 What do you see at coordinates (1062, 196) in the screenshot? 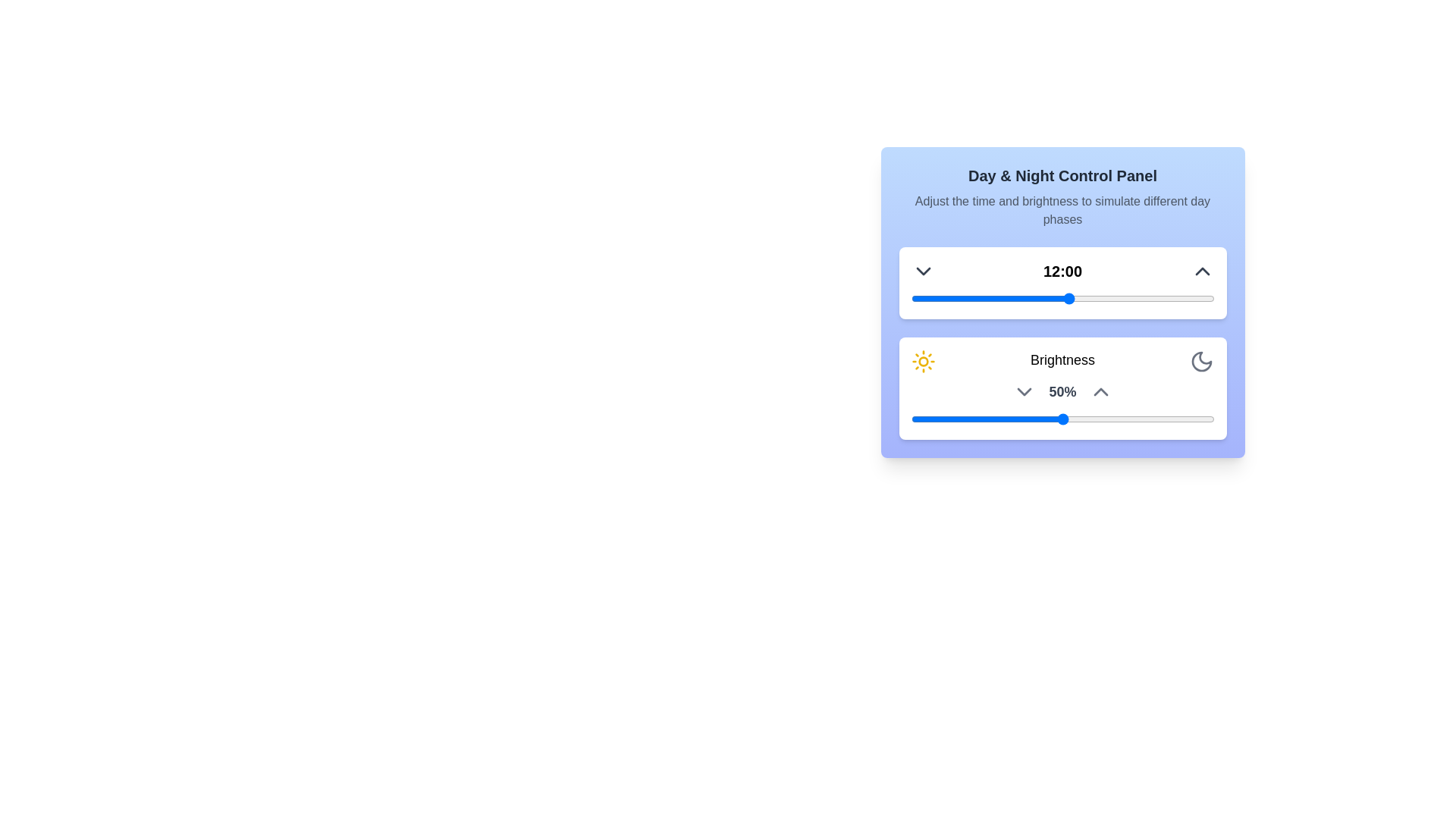
I see `the 'Day & Night Control Panel' text block, which features a bold title and a descriptive subtitle, located at the top-center of the panel` at bounding box center [1062, 196].